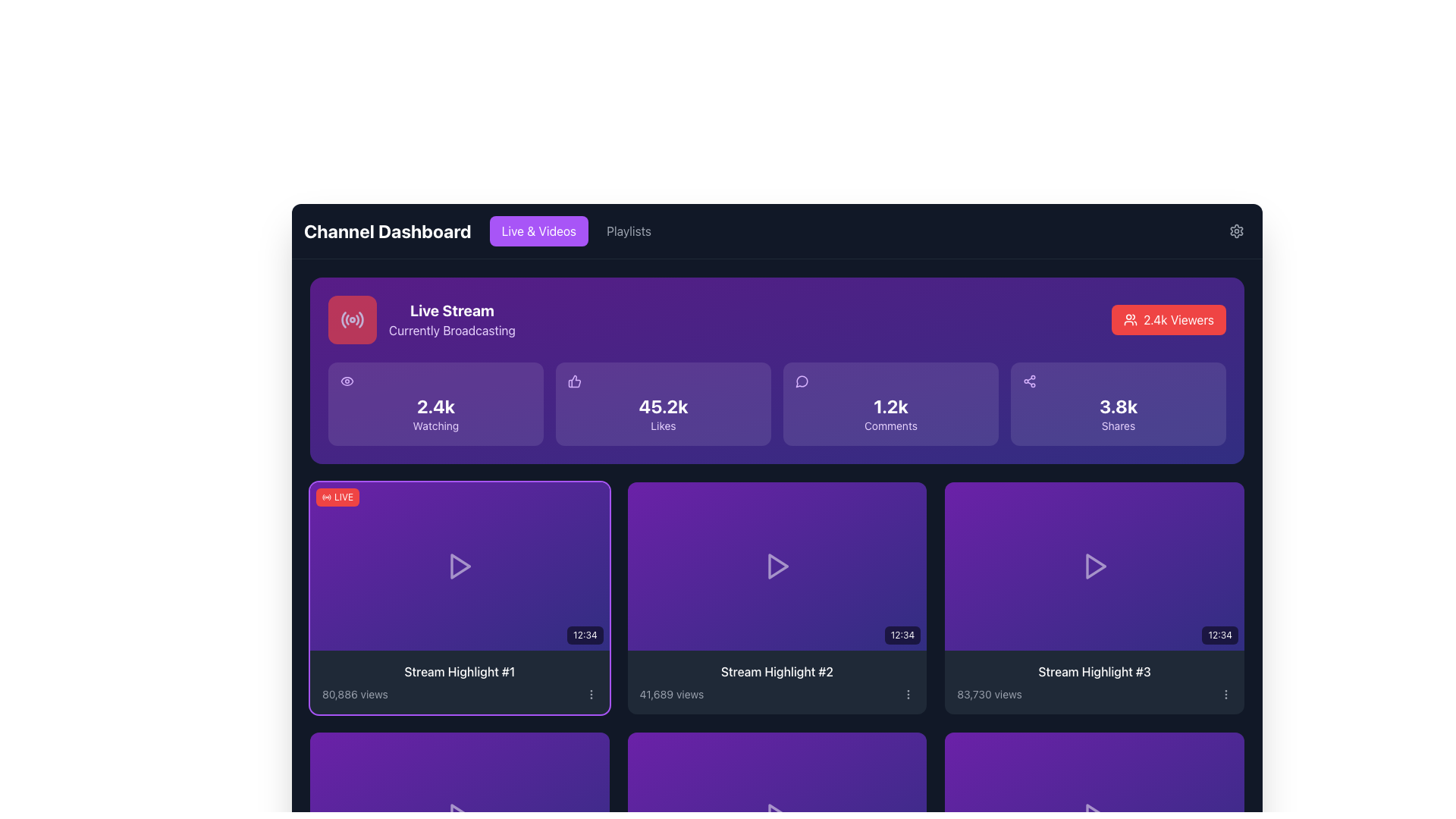 Image resolution: width=1456 pixels, height=819 pixels. Describe the element at coordinates (574, 380) in the screenshot. I see `the likes icon located to the left of the text '45.2k Likes' on the dashboard interface, which serves as a symbolic indicator of likes` at that location.